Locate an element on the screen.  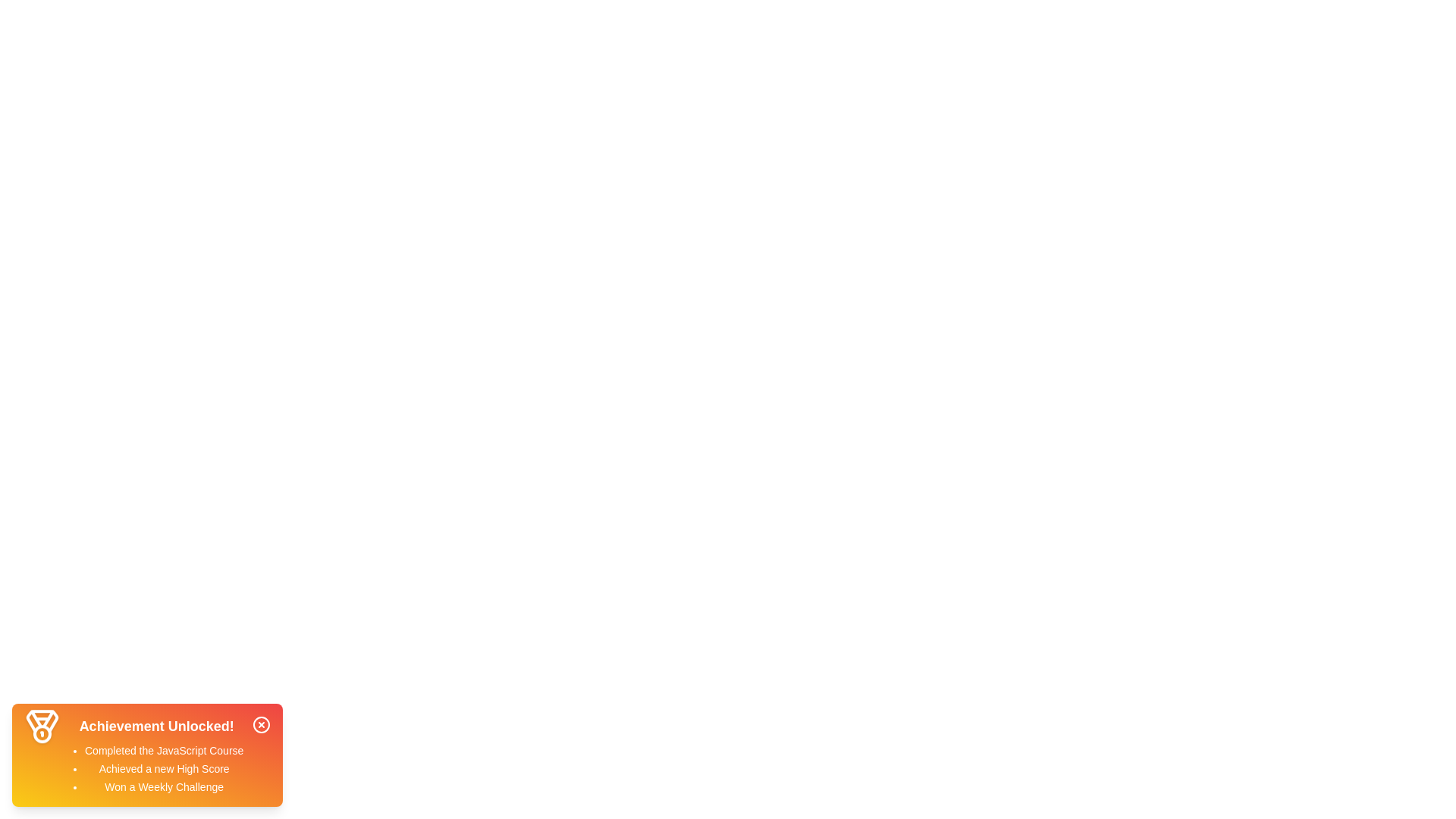
the close button of the snackbar to dismiss it is located at coordinates (262, 724).